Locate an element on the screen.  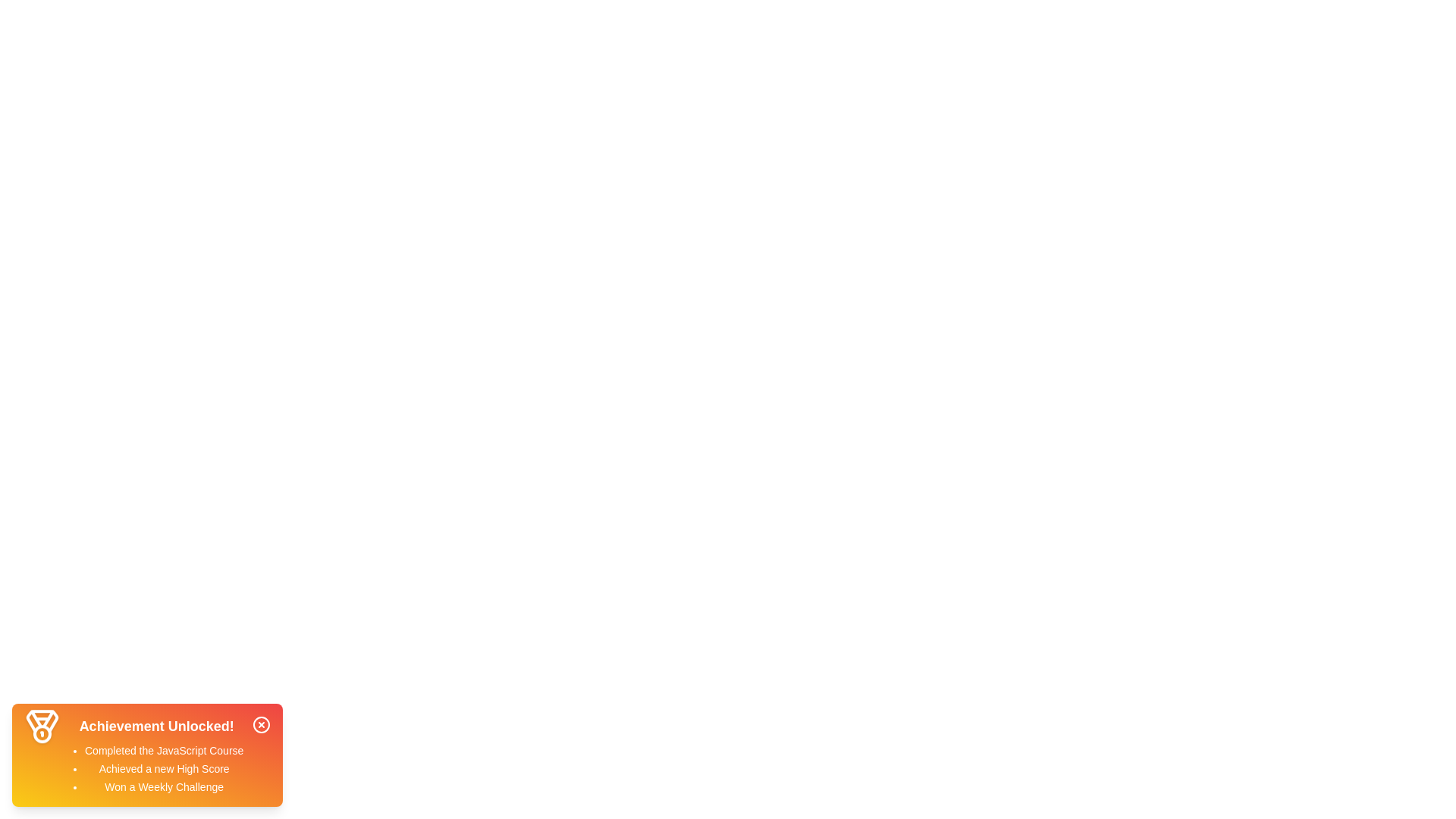
the close button of the snackbar to dismiss it is located at coordinates (262, 724).